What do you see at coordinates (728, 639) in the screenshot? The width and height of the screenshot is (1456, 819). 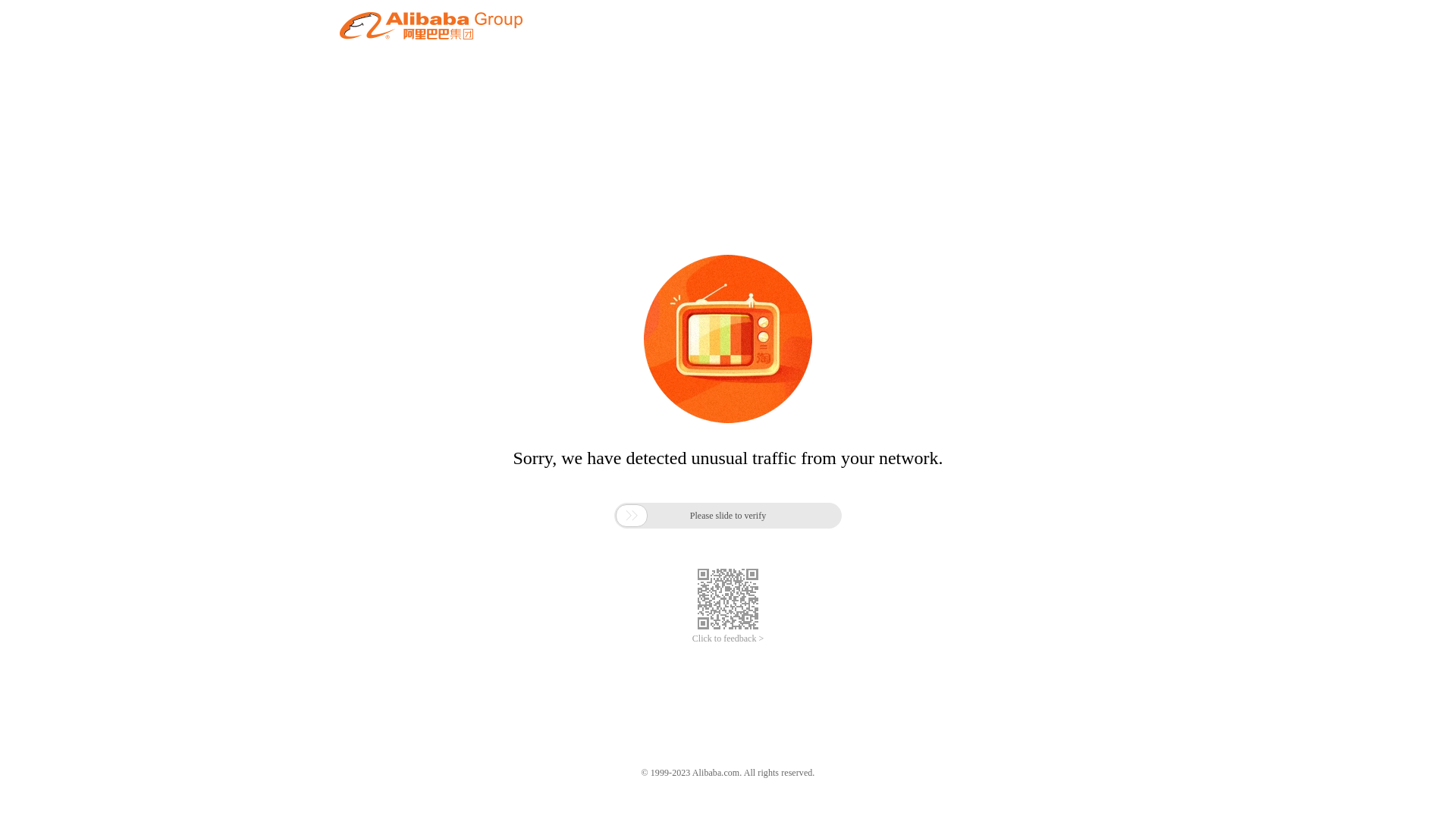 I see `'Click to feedback >'` at bounding box center [728, 639].